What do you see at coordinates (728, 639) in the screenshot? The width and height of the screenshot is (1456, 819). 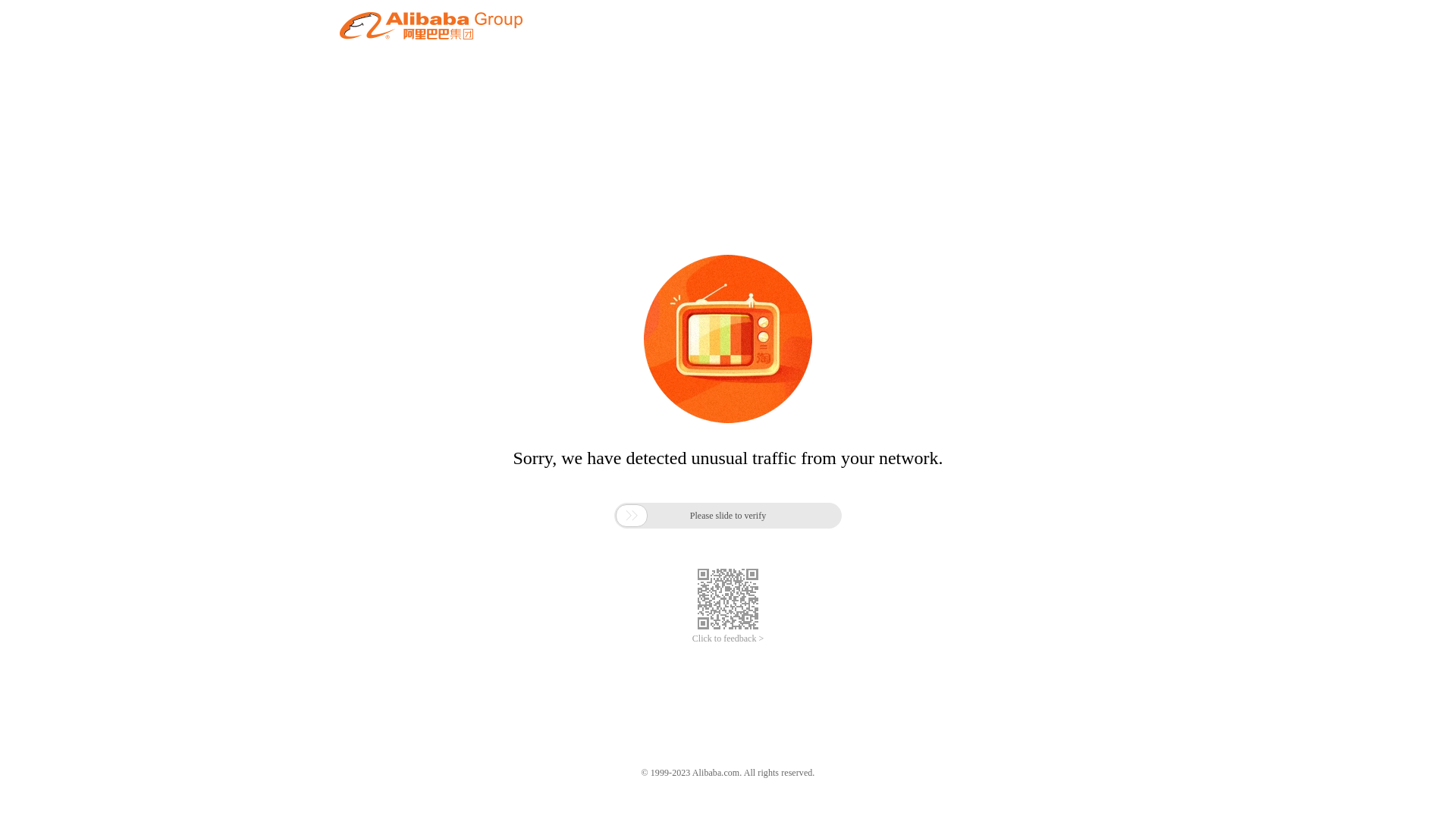 I see `'Click to feedback >'` at bounding box center [728, 639].